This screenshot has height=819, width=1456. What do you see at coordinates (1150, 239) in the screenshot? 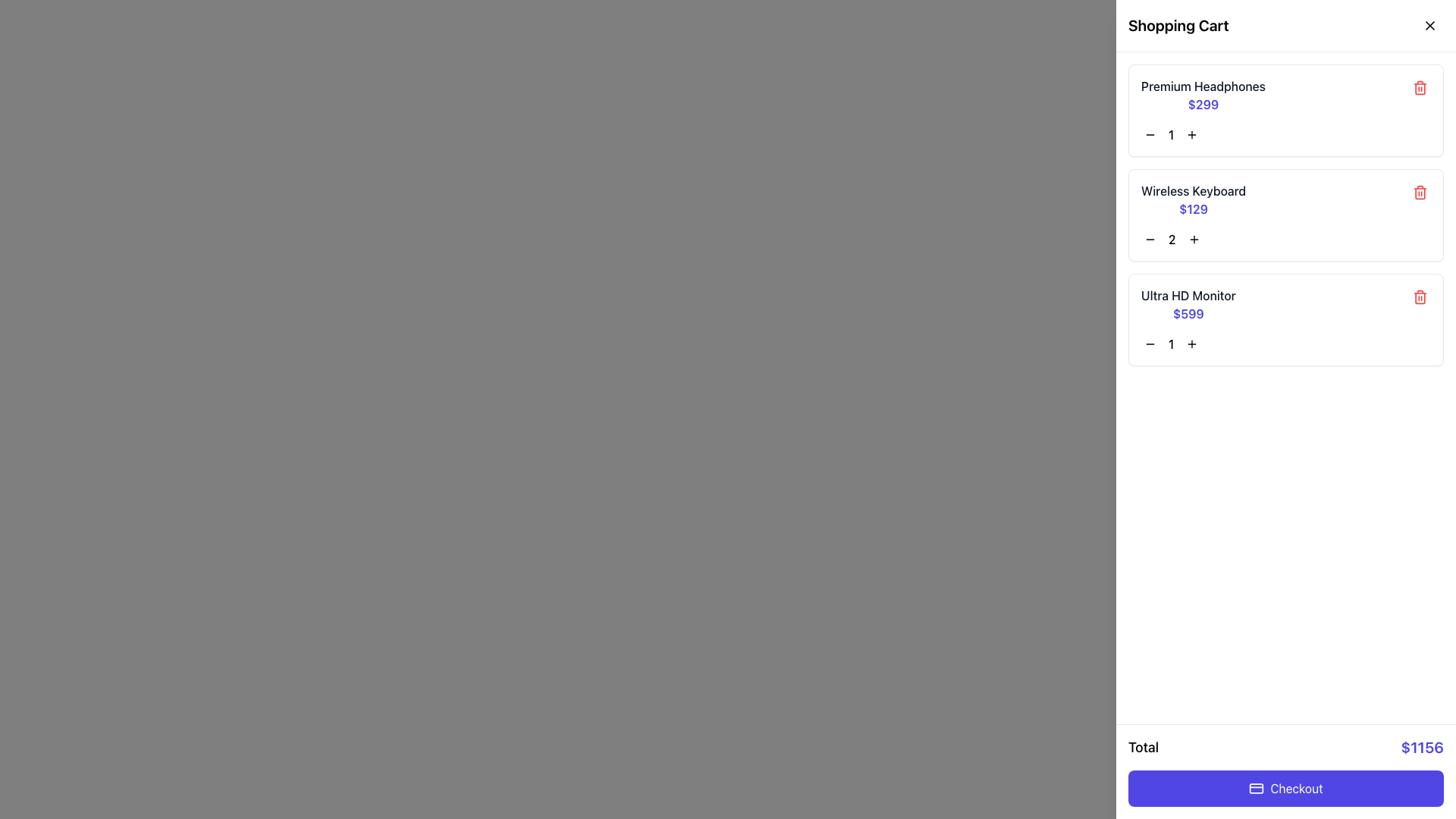
I see `the decrement button for adjusting the quantity of the 'Wireless Keyboard' in the shopping cart` at bounding box center [1150, 239].